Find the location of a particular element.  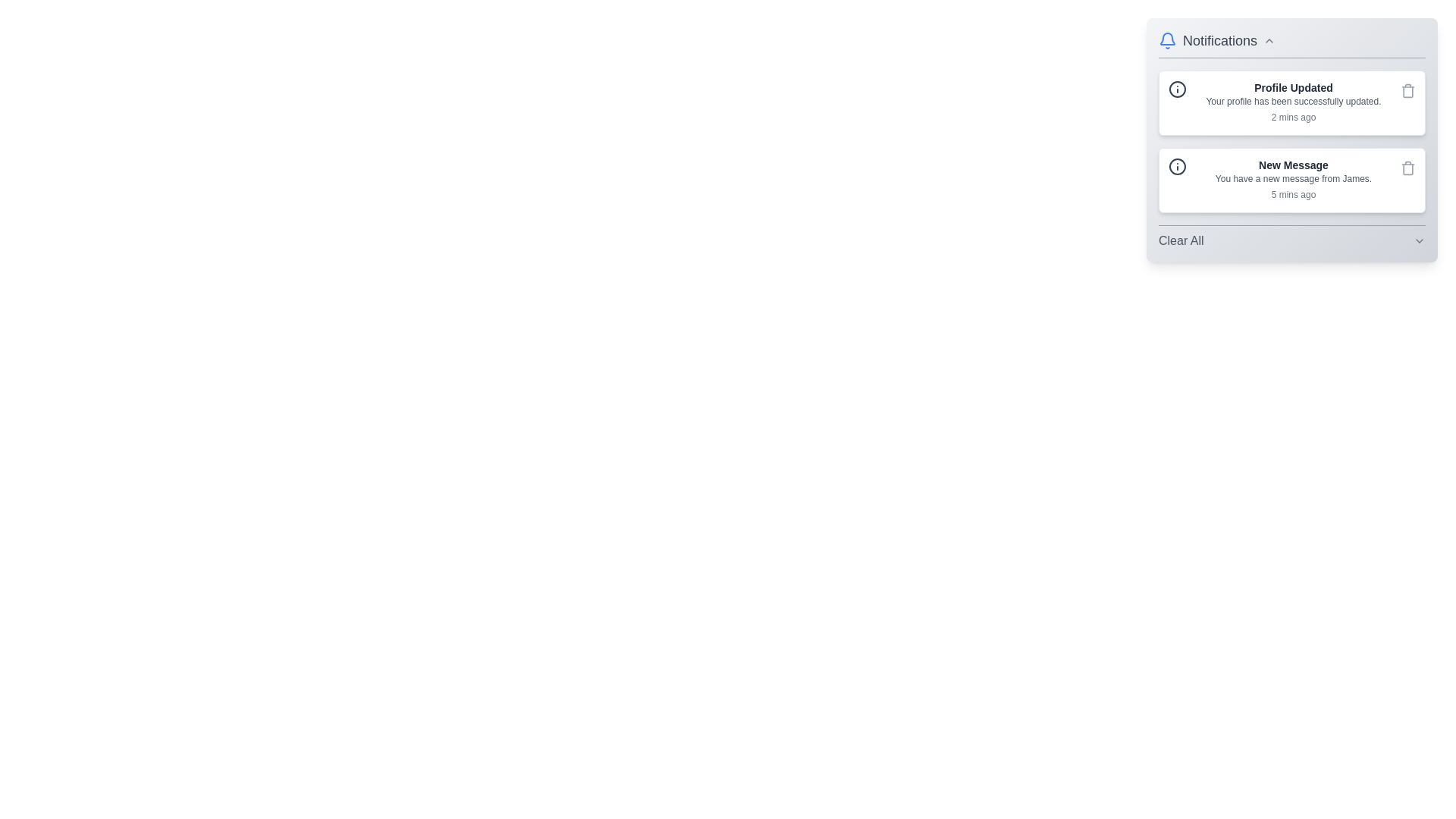

the 'Clear All' button to clear all notifications is located at coordinates (1180, 240).